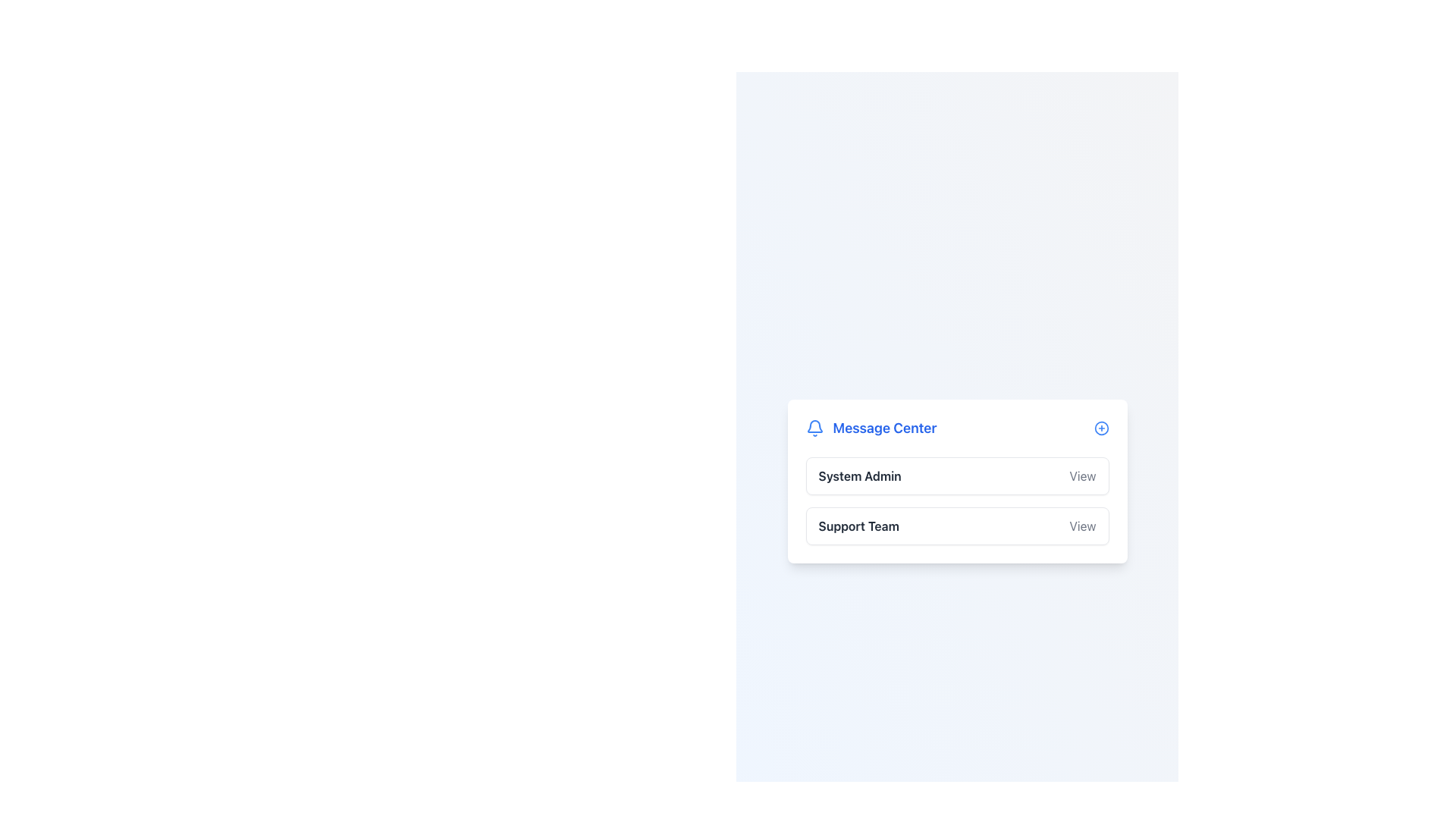 The width and height of the screenshot is (1456, 819). What do you see at coordinates (858, 526) in the screenshot?
I see `the 'Support Team' text label, which is styled in bold dark gray and positioned in the lower part of the 'Message Center' card, below 'System Admin' and to the left of the 'View' link` at bounding box center [858, 526].